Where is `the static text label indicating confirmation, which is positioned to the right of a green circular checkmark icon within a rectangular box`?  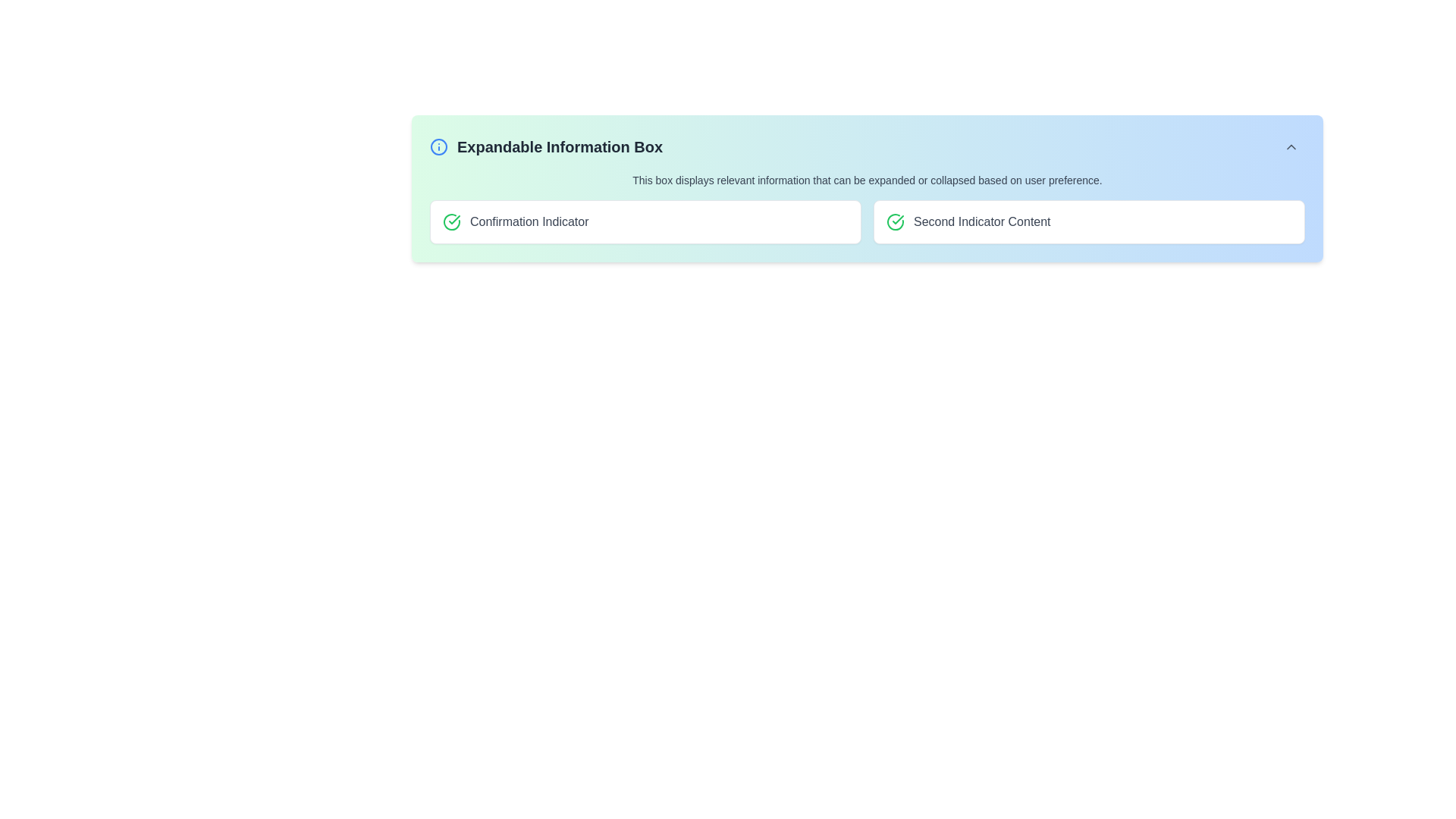 the static text label indicating confirmation, which is positioned to the right of a green circular checkmark icon within a rectangular box is located at coordinates (529, 222).